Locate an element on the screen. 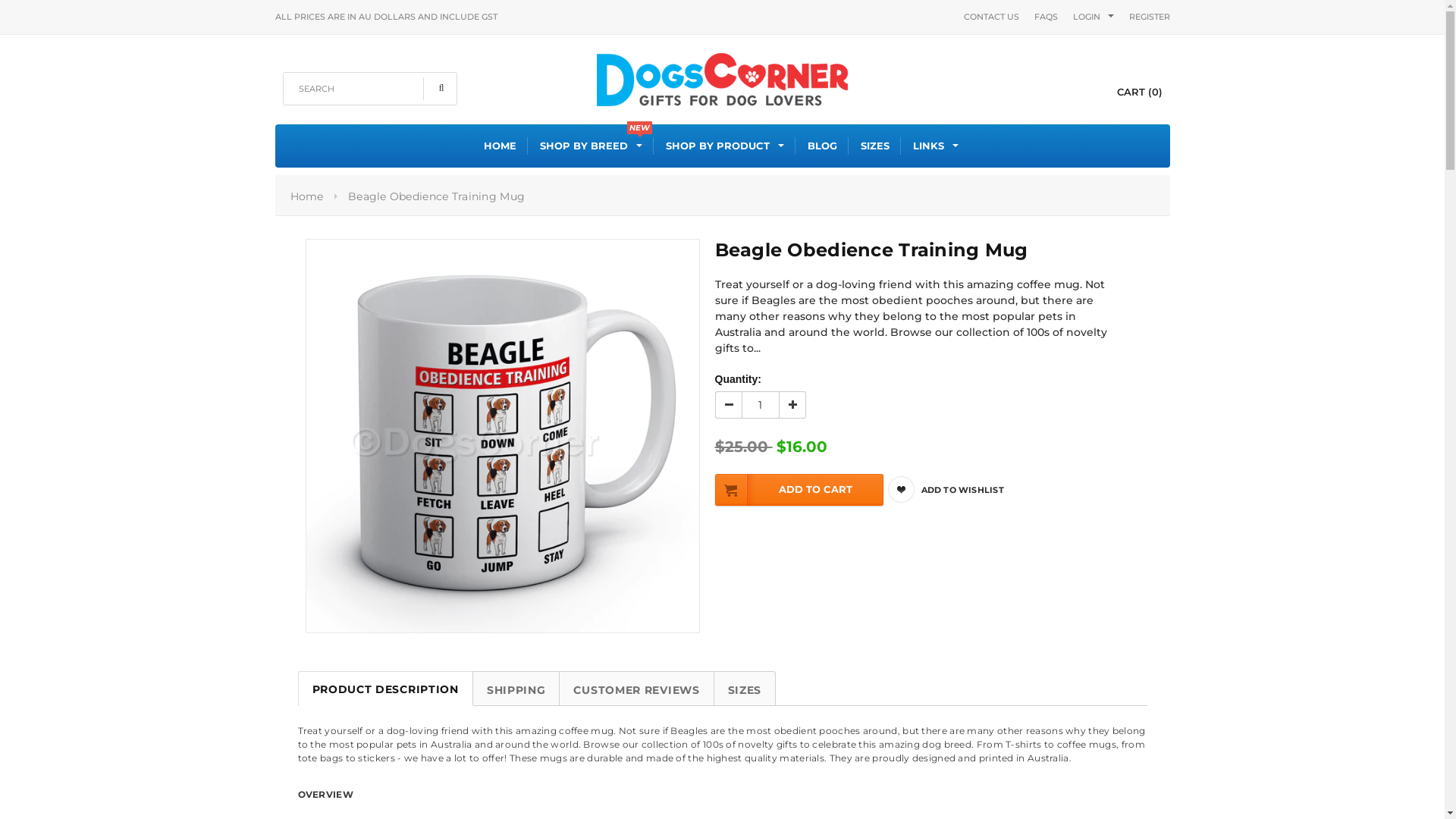  'SHOP BY BREED' is located at coordinates (539, 146).